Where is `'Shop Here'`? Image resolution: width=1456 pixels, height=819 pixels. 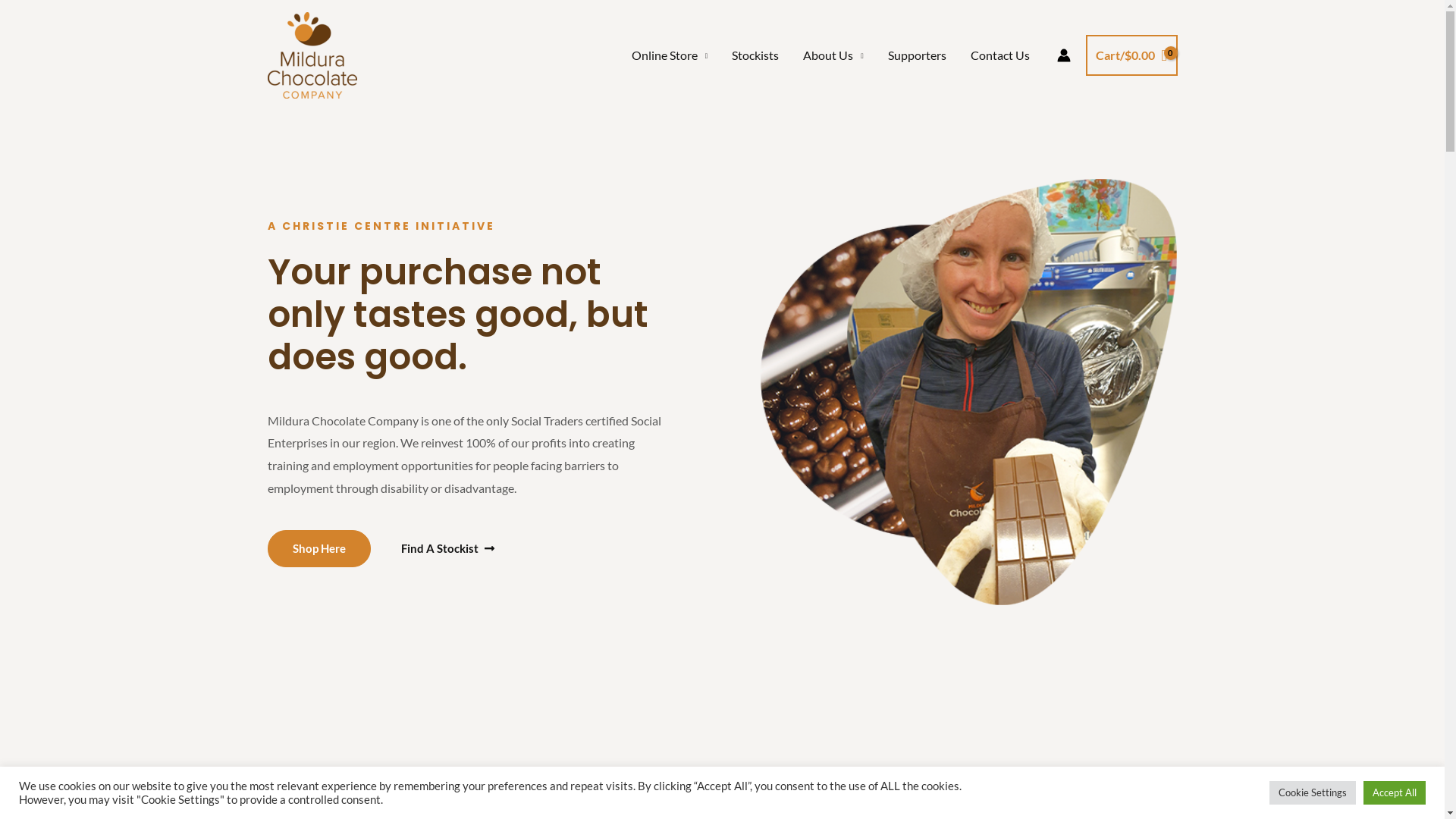
'Shop Here' is located at coordinates (318, 548).